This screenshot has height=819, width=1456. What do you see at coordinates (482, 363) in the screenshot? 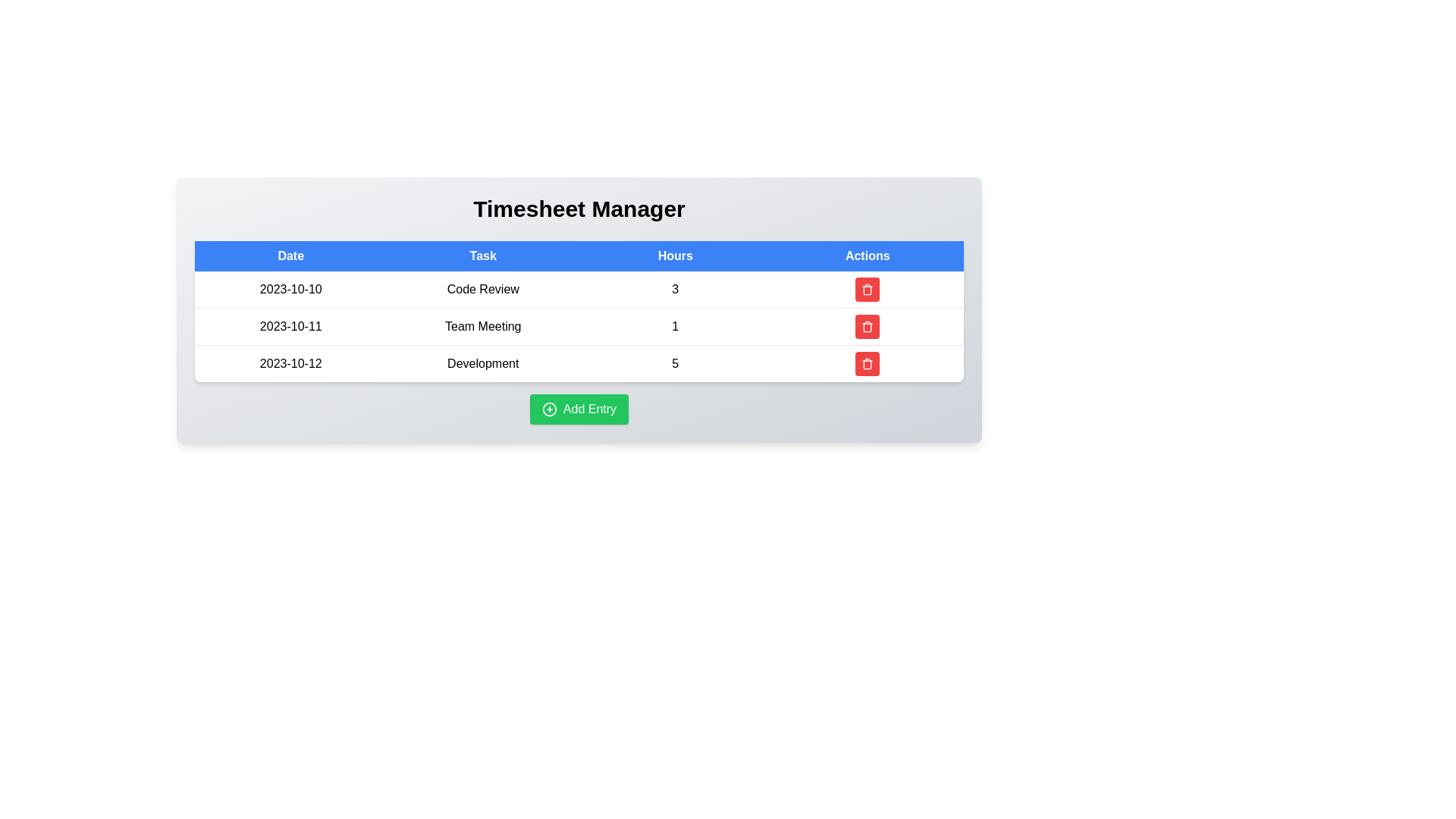
I see `the table cell in the third row of the timesheet table under the 'Task' column that displays the activity 'Development'` at bounding box center [482, 363].